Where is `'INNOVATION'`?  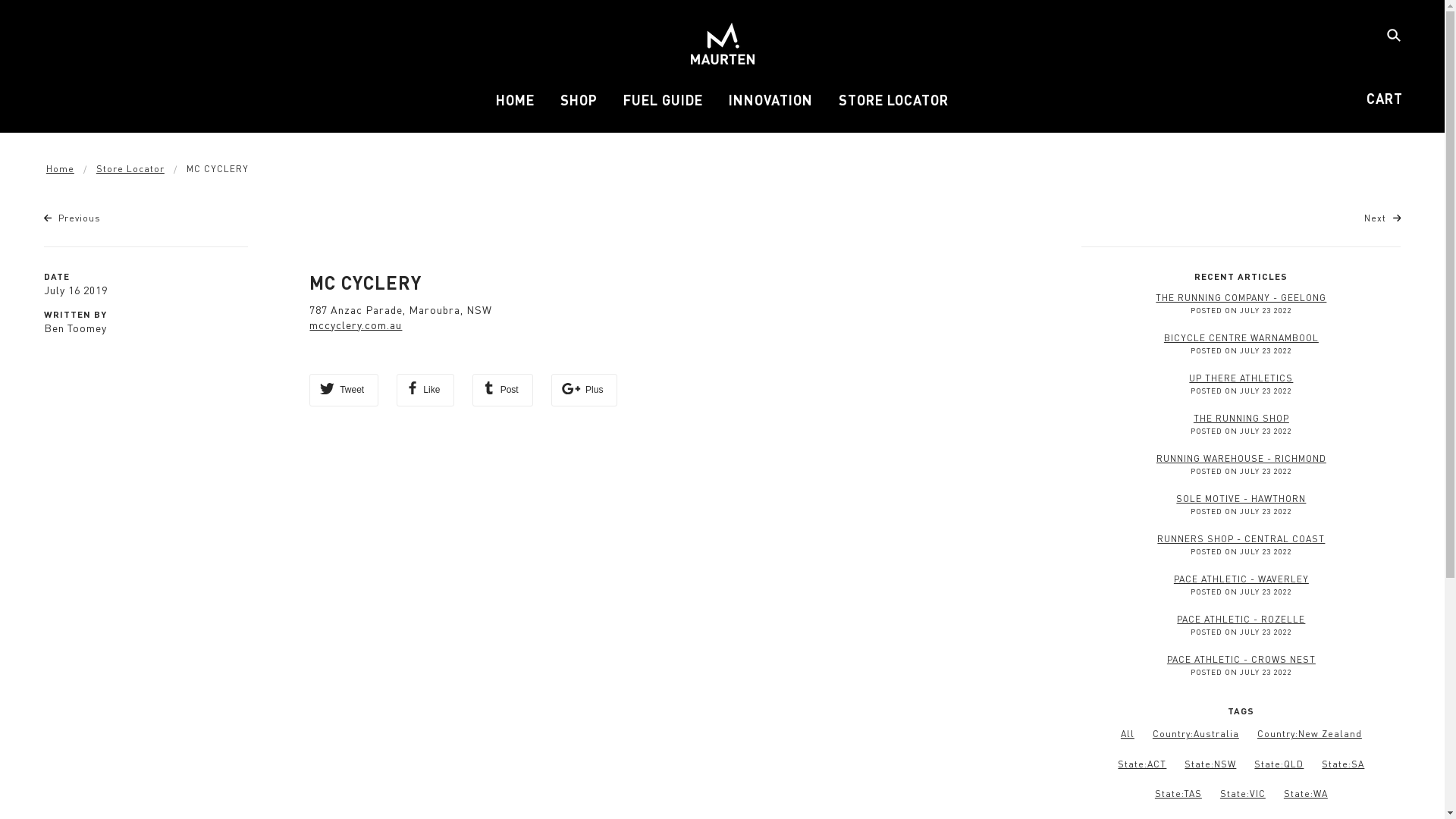 'INNOVATION' is located at coordinates (770, 105).